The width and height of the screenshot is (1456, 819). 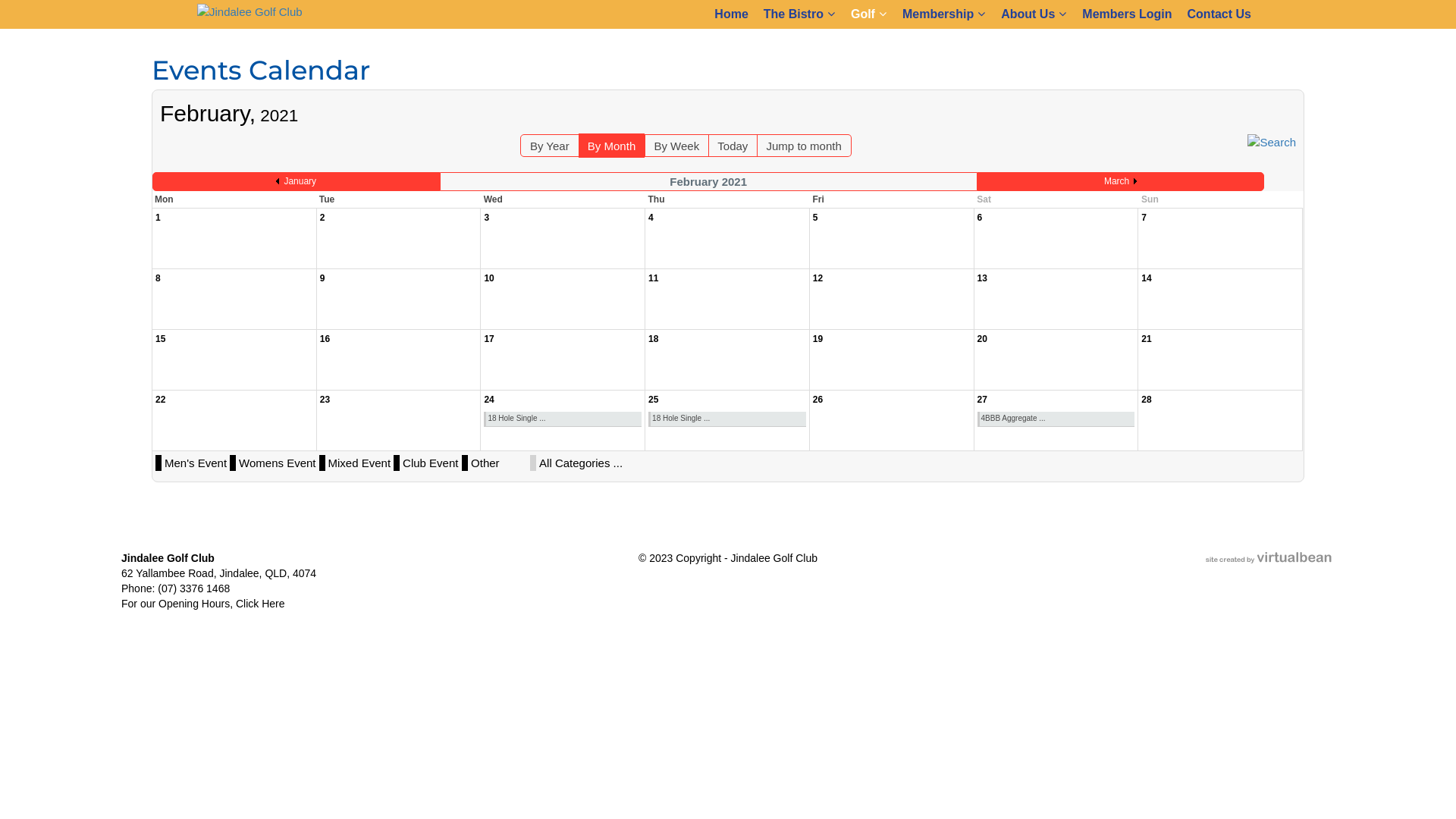 I want to click on '15', so click(x=155, y=338).